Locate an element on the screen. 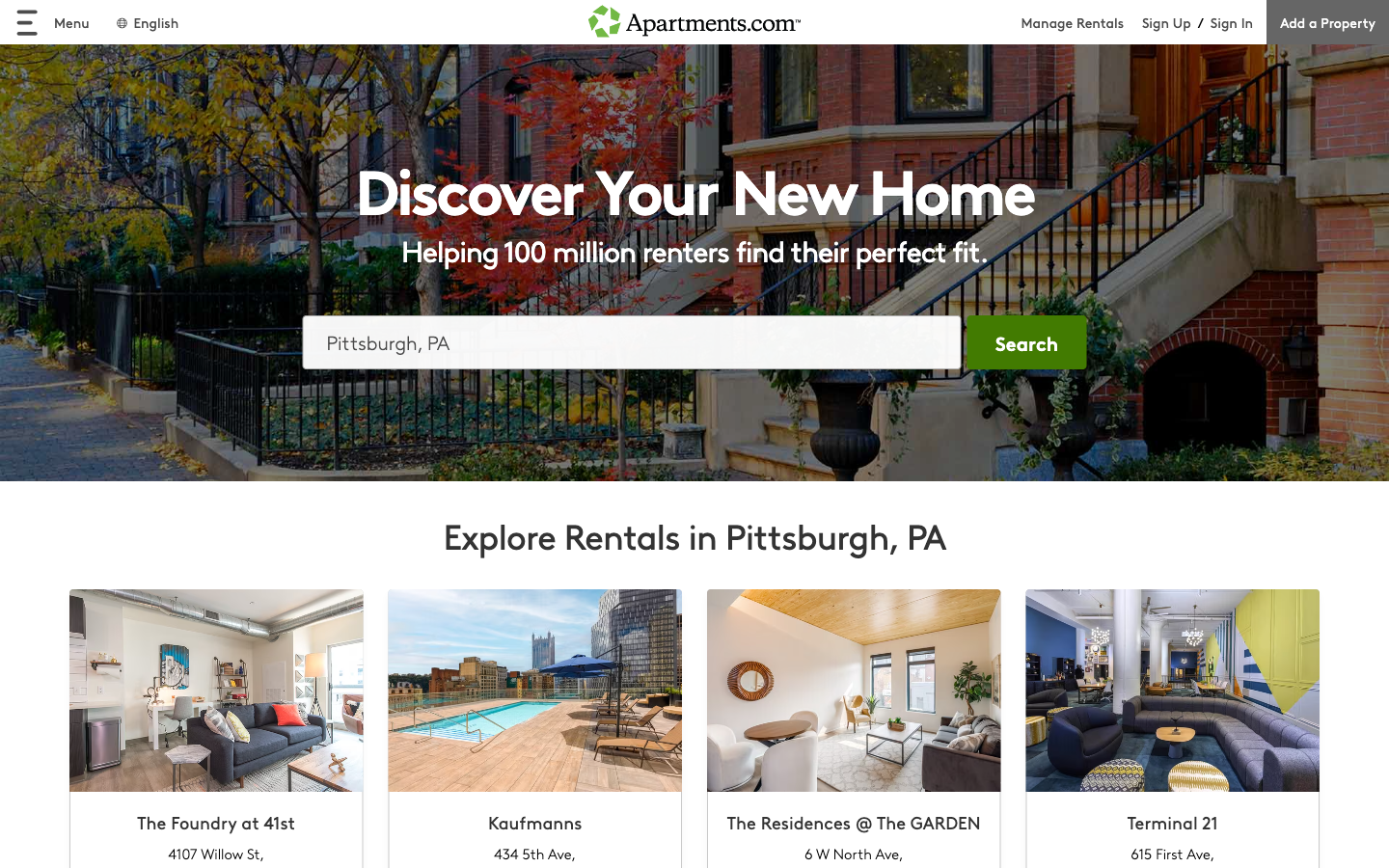 This screenshot has height=868, width=1389. Identify the geographical coordinates for Pittsburgh, PA is located at coordinates (631, 341).